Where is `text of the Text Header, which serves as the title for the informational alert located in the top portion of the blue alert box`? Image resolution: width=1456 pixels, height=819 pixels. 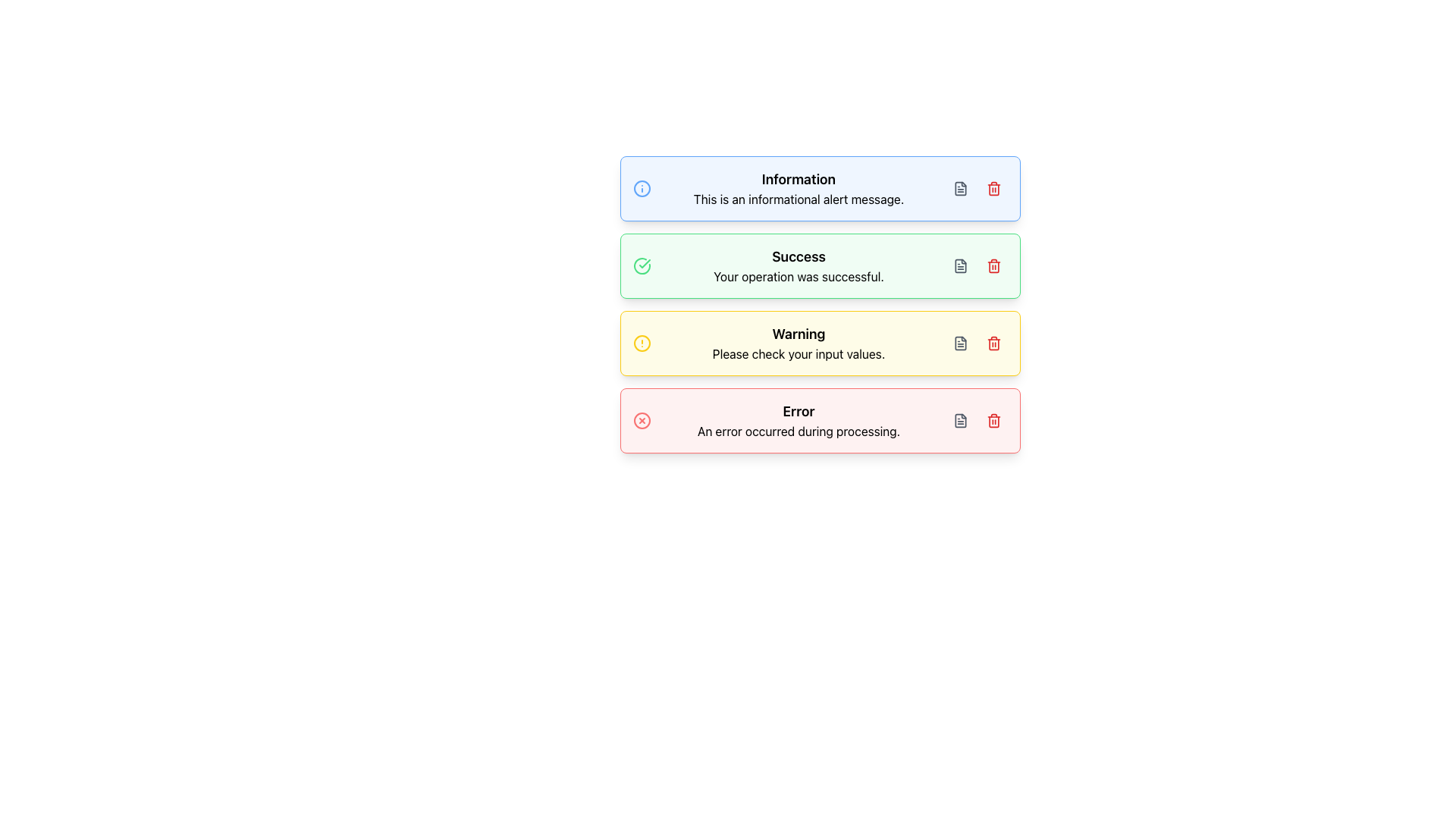
text of the Text Header, which serves as the title for the informational alert located in the top portion of the blue alert box is located at coordinates (798, 178).